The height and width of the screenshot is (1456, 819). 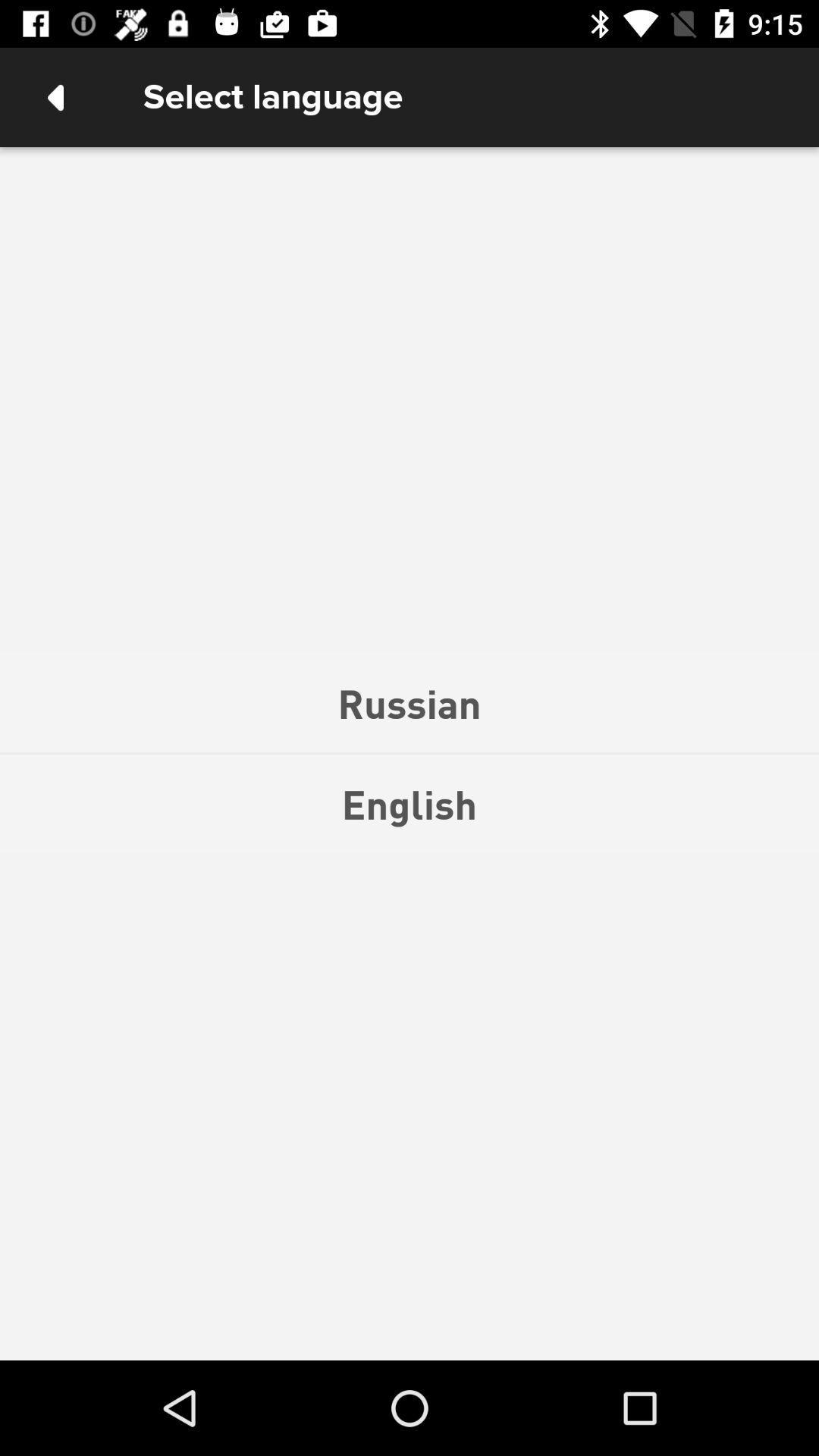 What do you see at coordinates (55, 96) in the screenshot?
I see `item above the russian item` at bounding box center [55, 96].